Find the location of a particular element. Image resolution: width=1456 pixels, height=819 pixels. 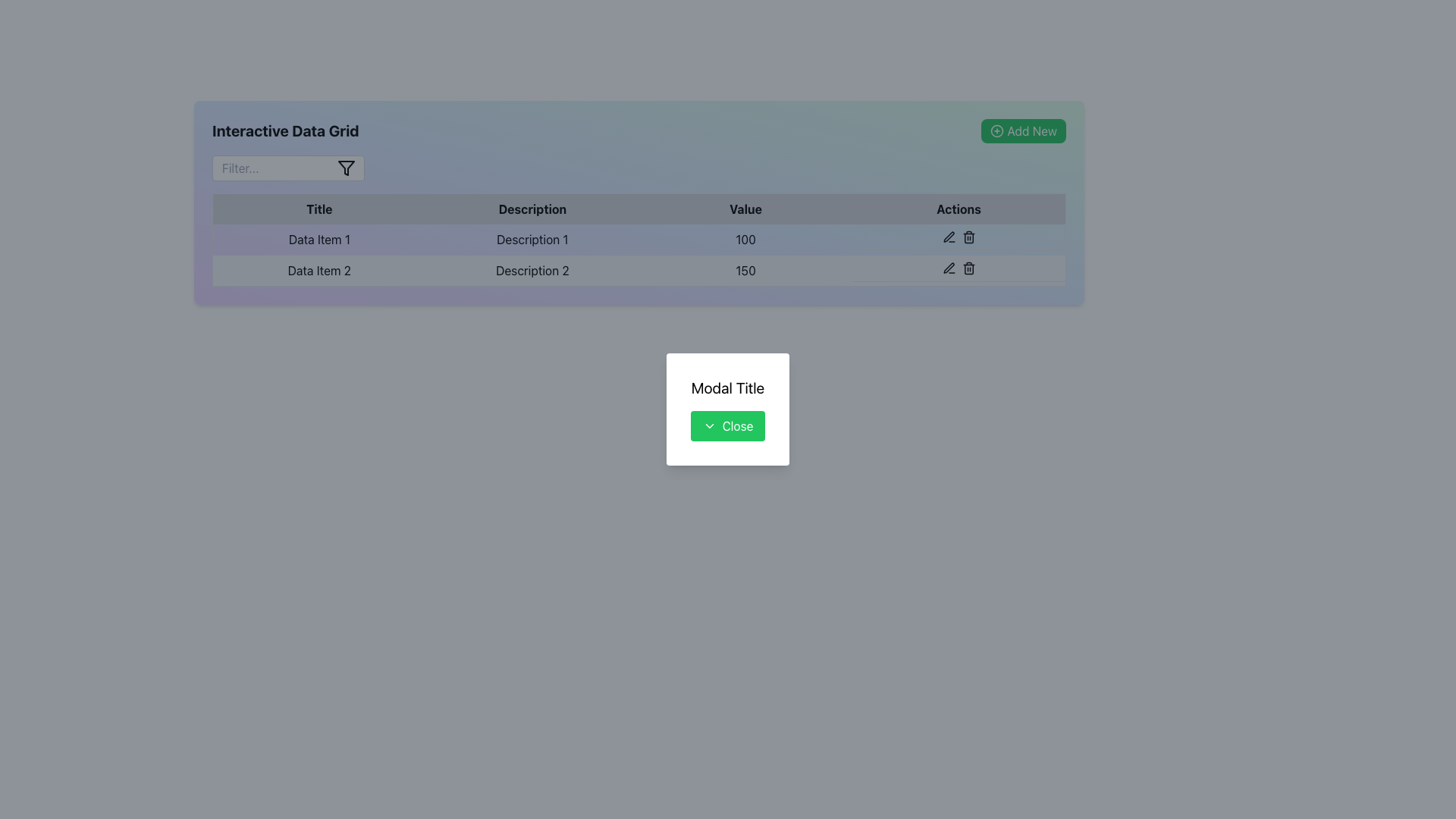

the display text element reading 'Data Item 2' located in the second row of the data grid under the 'Title' column is located at coordinates (318, 270).